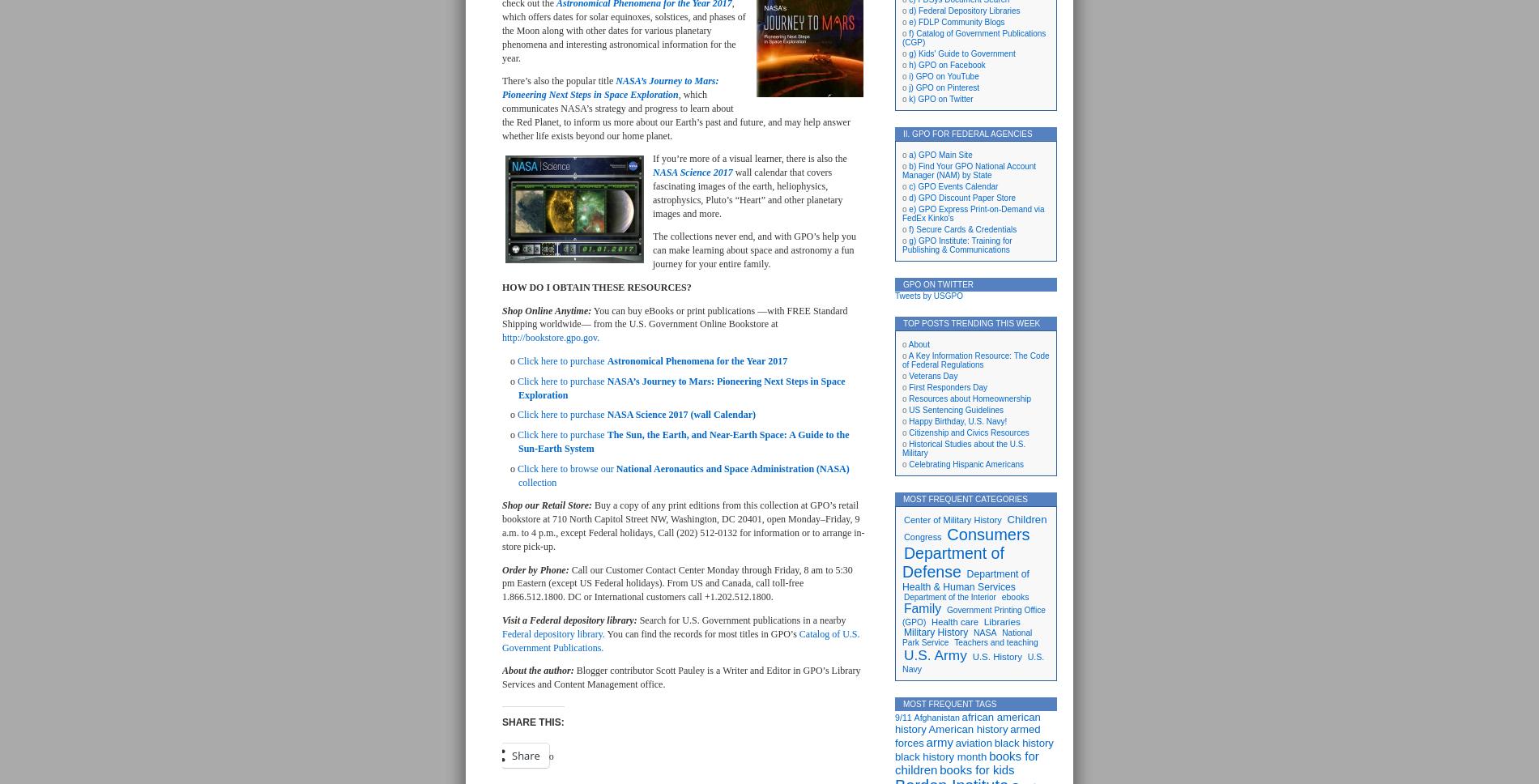 The image size is (1539, 784). Describe the element at coordinates (748, 159) in the screenshot. I see `'If you’re more of a visual learner, there is also the'` at that location.